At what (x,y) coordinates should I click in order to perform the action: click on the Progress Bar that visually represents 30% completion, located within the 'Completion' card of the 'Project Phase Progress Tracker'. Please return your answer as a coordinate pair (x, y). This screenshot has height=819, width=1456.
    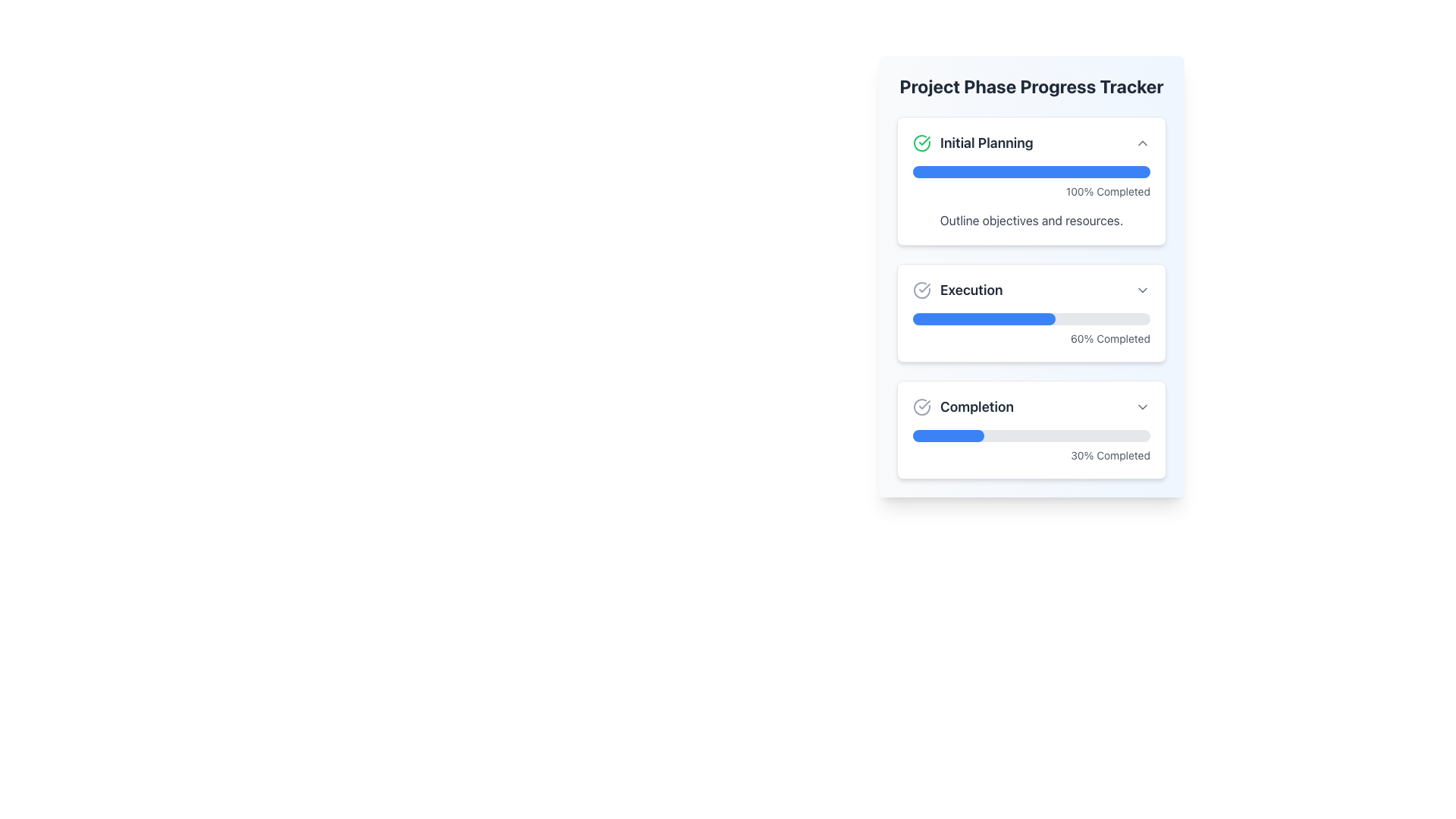
    Looking at the image, I should click on (1031, 435).